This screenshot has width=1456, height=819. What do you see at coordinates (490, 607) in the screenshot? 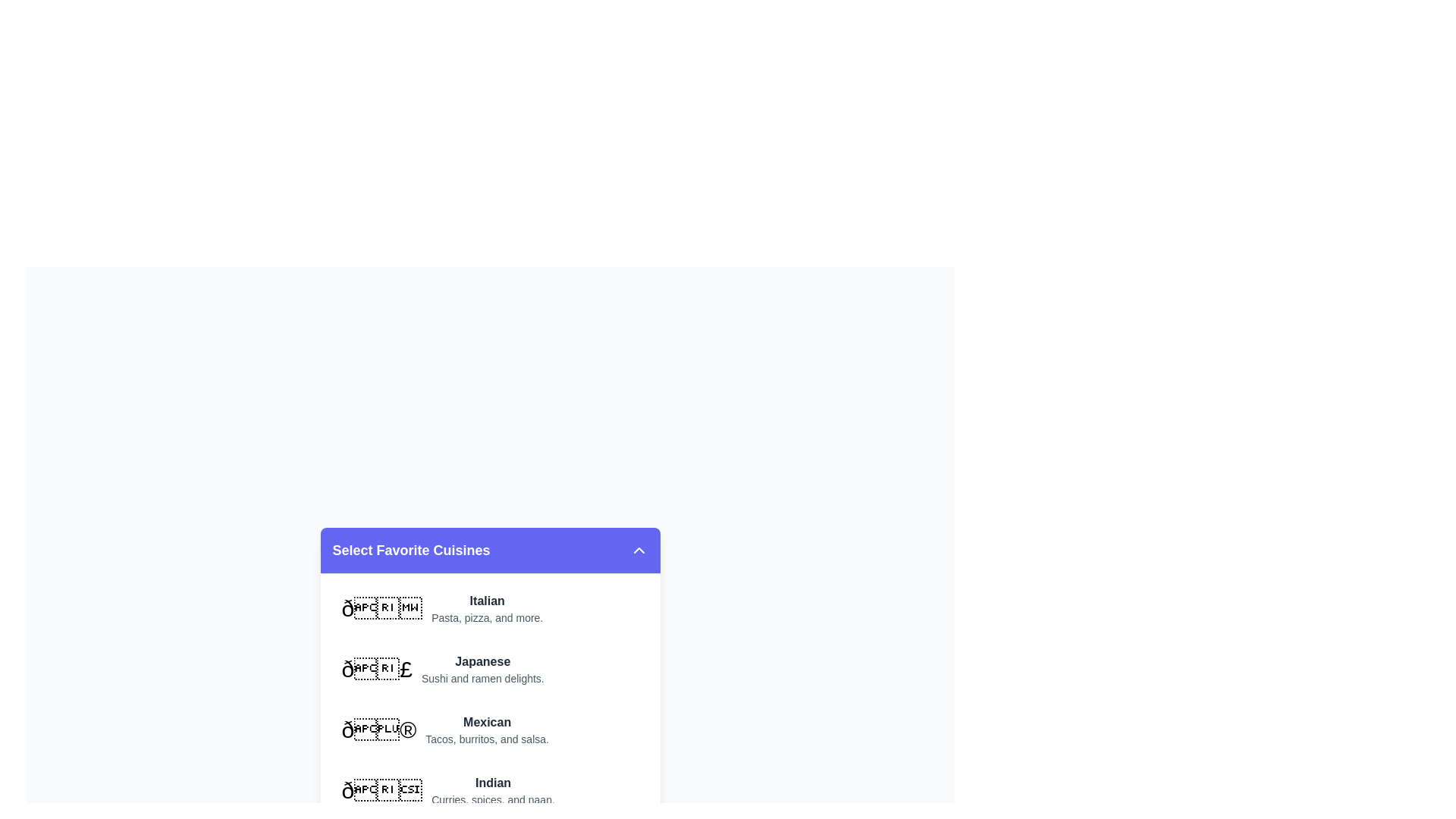
I see `the first list item featuring a pizza emoji and bold text 'Italian'` at bounding box center [490, 607].